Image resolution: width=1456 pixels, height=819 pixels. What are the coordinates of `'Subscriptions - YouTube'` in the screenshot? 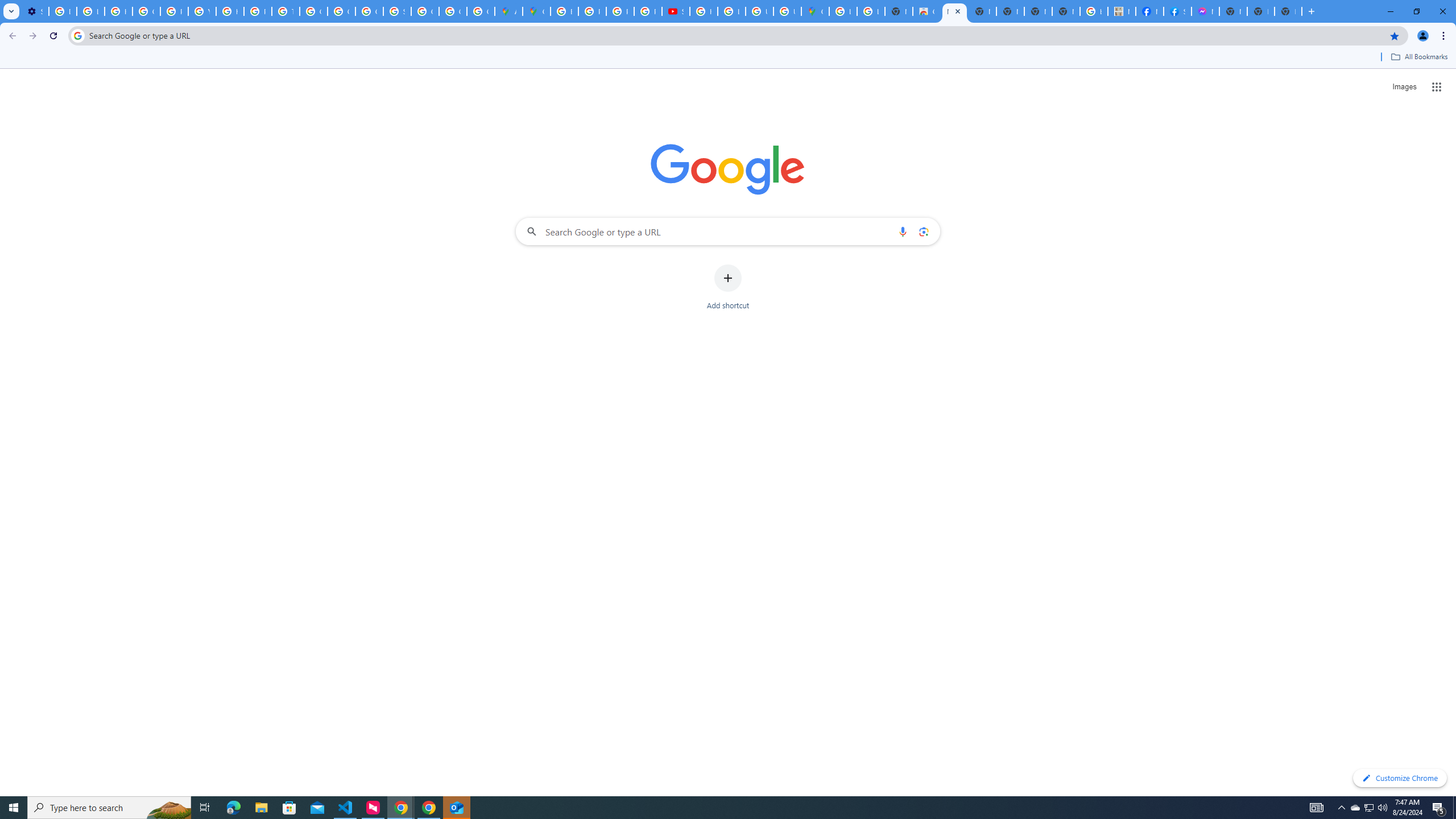 It's located at (675, 11).